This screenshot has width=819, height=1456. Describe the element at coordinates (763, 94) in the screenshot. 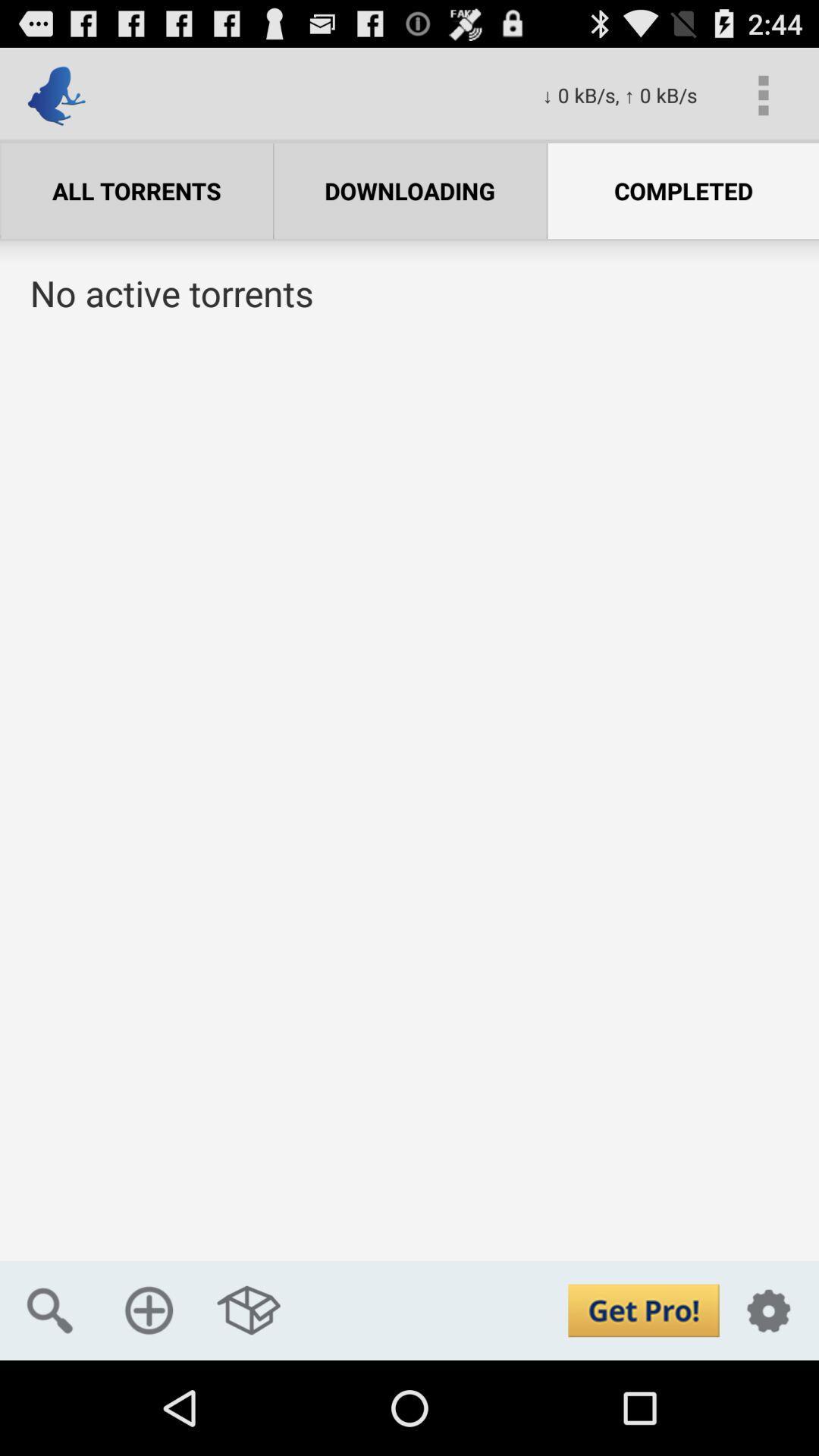

I see `the item next to 0 kb s` at that location.